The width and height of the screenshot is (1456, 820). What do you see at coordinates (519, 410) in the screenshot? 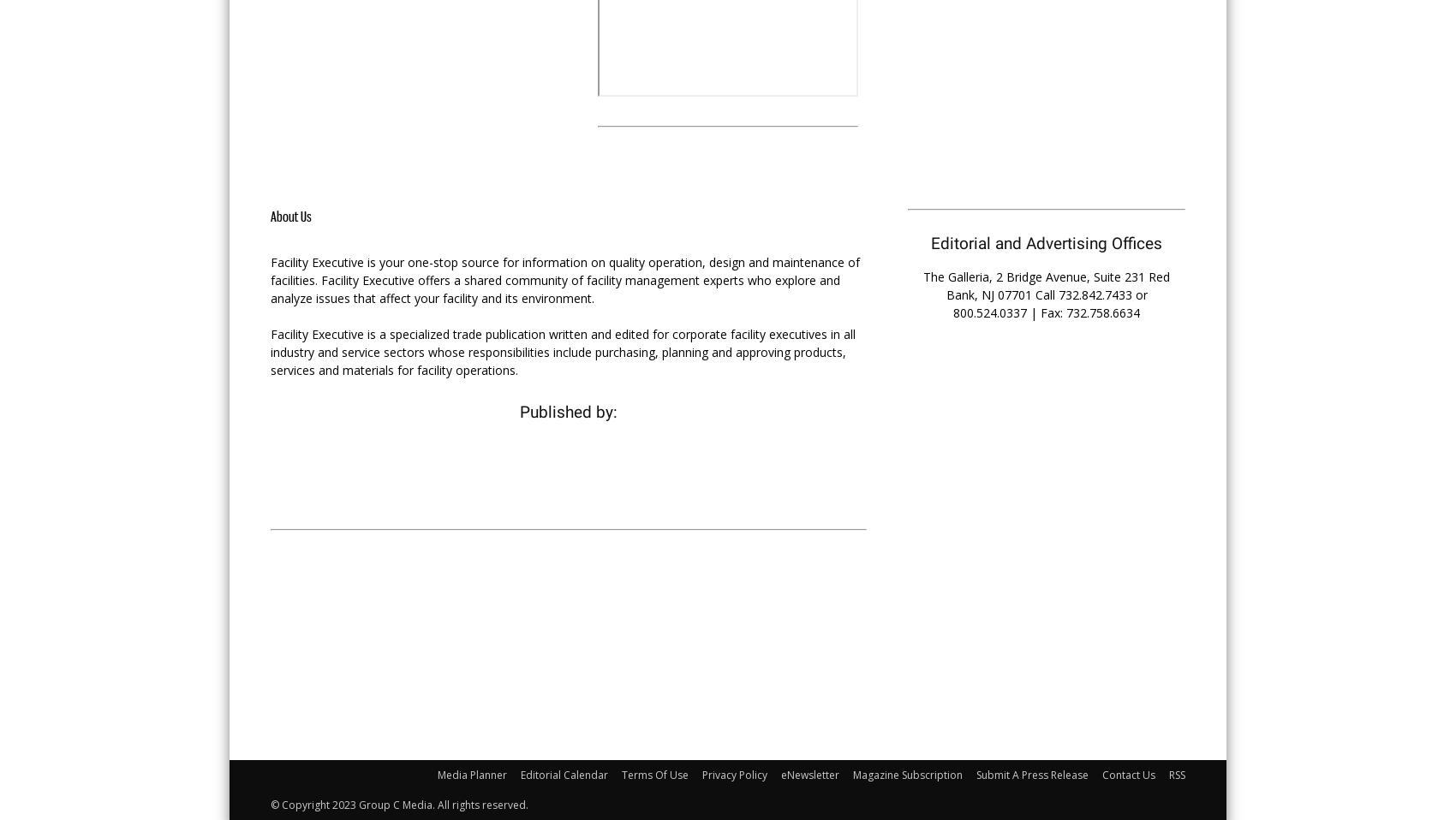
I see `'Published by:'` at bounding box center [519, 410].